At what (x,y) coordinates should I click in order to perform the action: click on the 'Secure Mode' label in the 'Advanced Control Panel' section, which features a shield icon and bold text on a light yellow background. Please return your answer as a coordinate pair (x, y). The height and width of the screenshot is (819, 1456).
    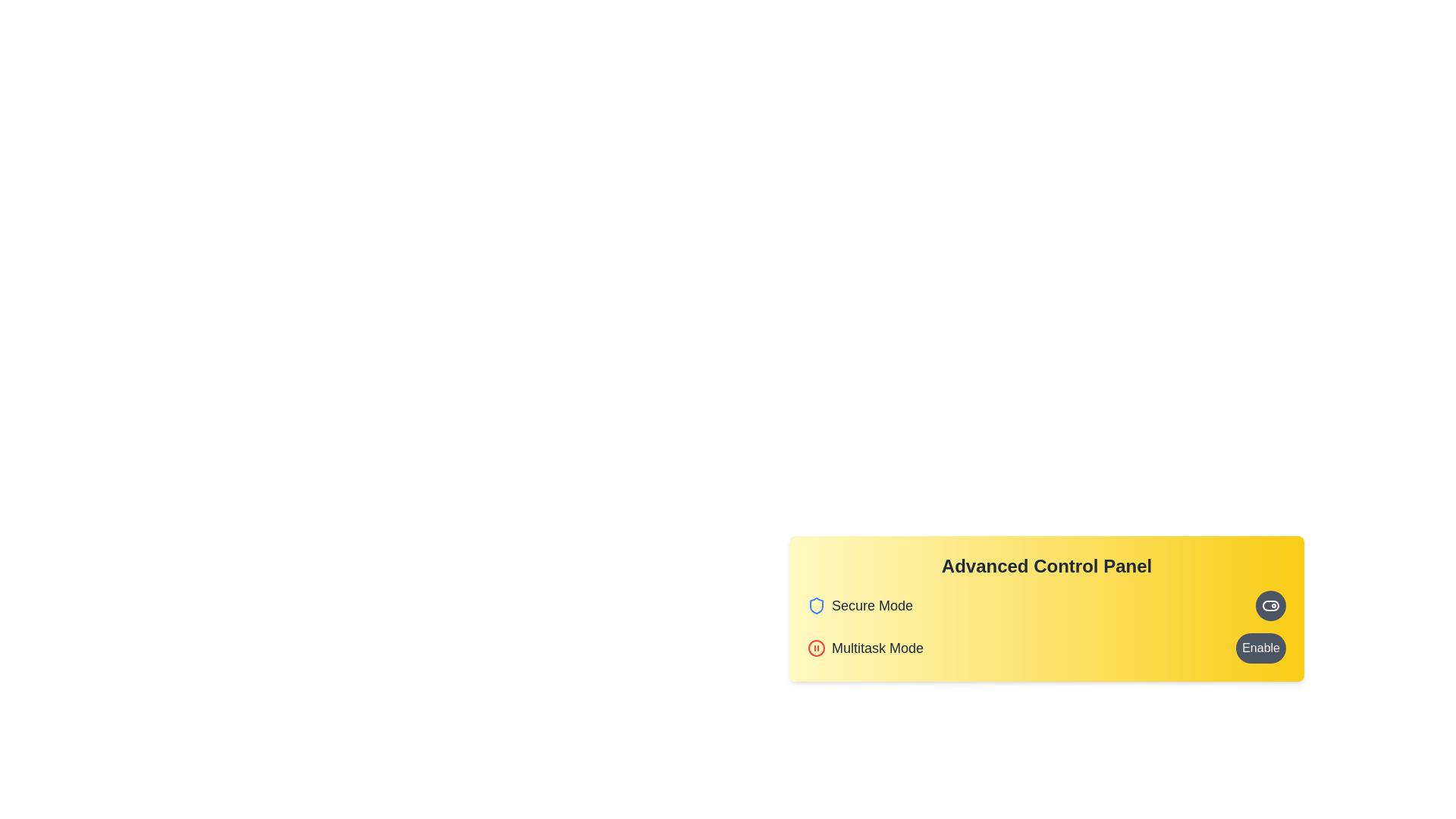
    Looking at the image, I should click on (860, 604).